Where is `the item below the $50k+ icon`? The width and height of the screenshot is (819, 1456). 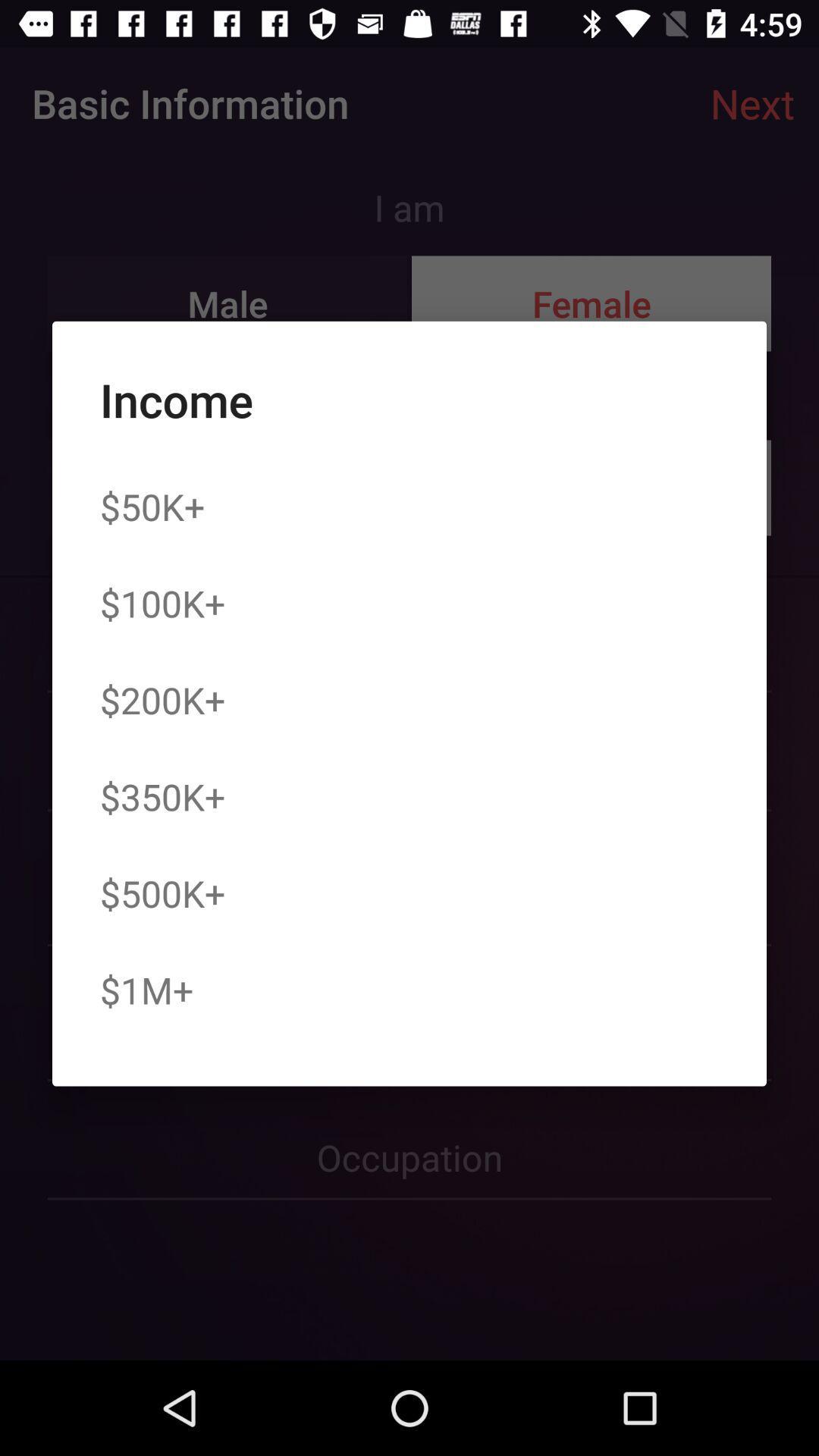
the item below the $50k+ icon is located at coordinates (162, 602).